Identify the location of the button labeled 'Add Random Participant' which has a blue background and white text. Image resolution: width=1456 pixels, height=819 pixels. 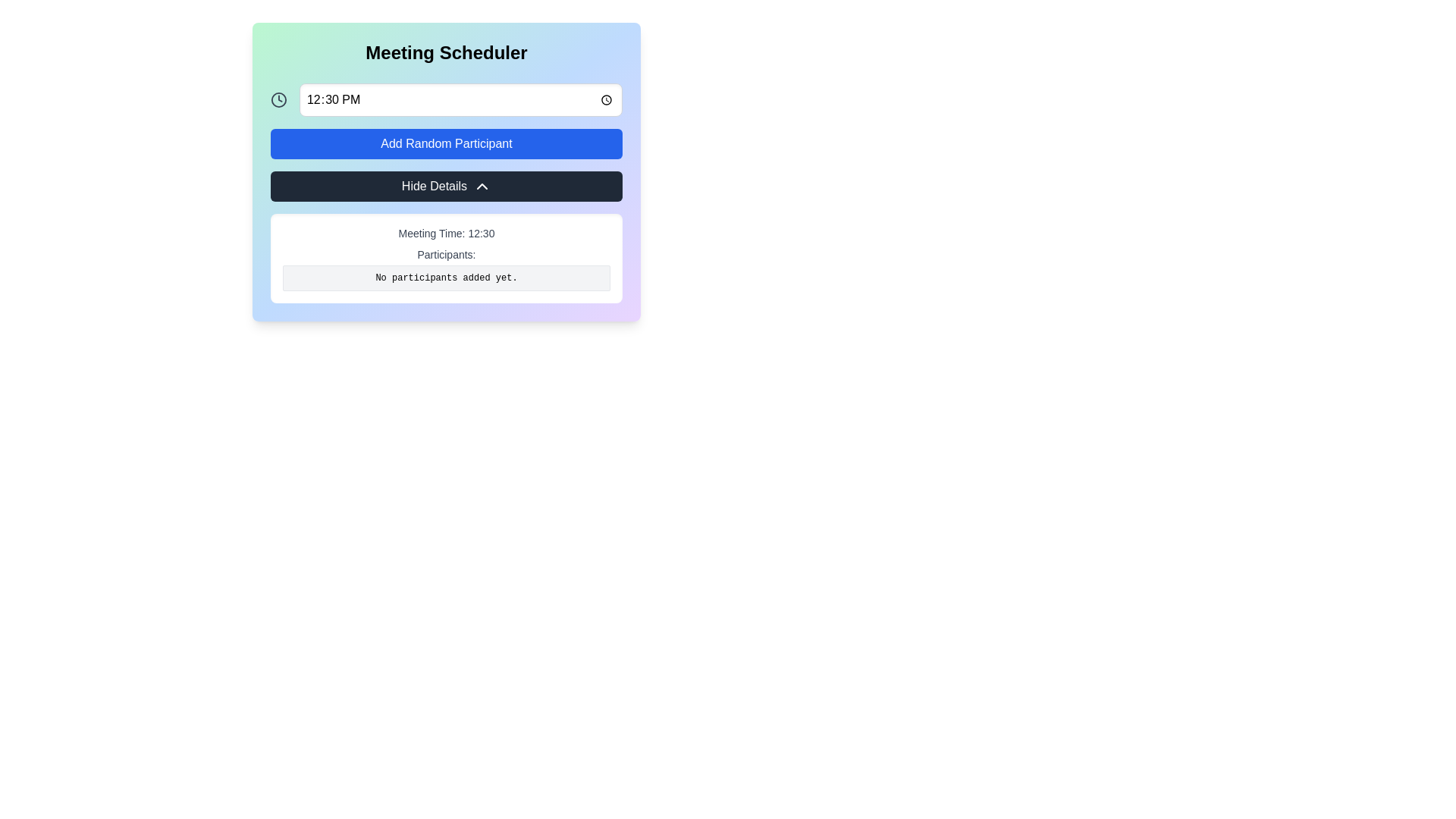
(446, 143).